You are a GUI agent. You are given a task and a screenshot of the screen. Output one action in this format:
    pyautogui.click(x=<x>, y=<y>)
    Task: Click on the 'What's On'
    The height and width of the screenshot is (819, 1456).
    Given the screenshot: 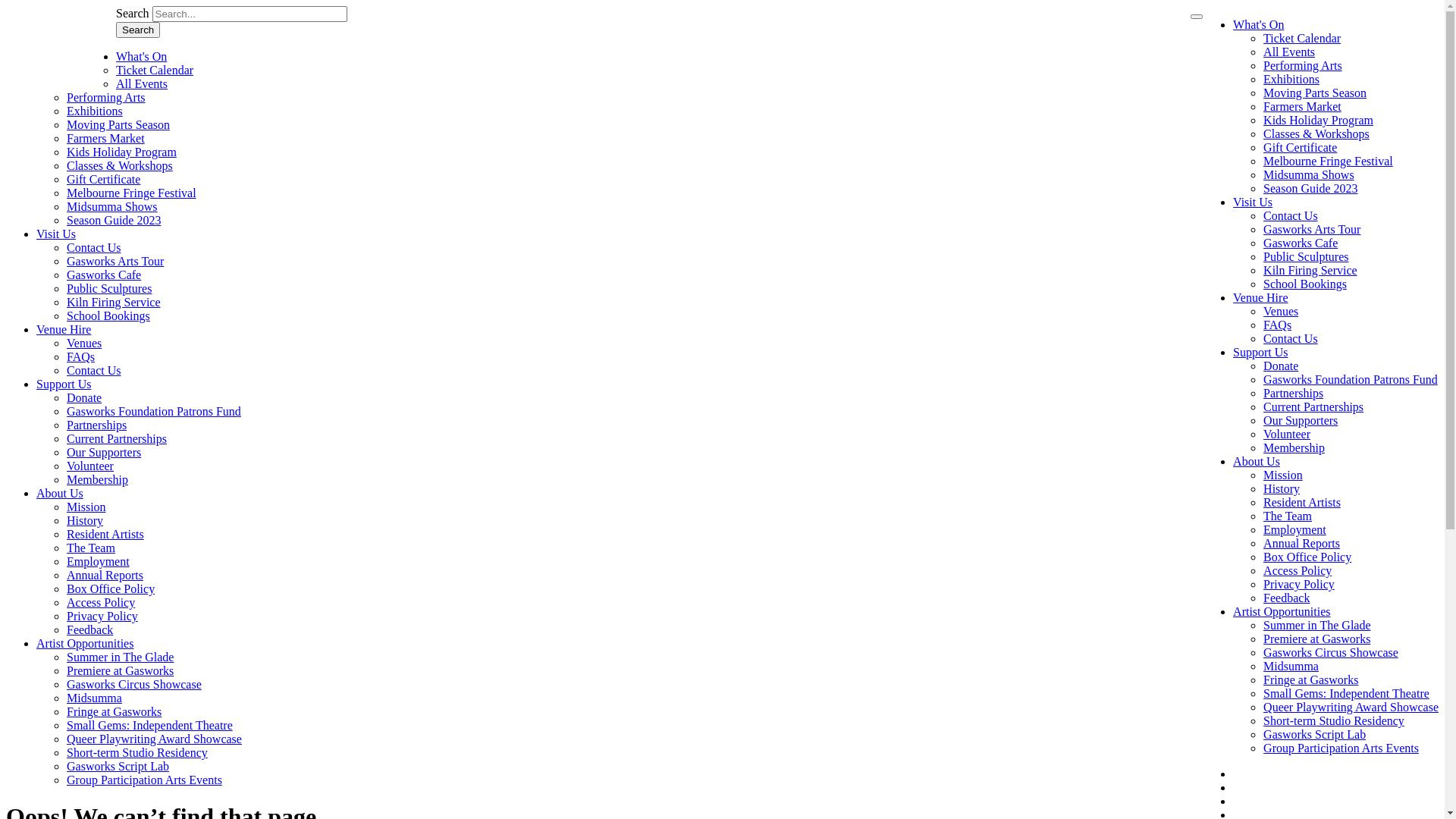 What is the action you would take?
    pyautogui.click(x=141, y=55)
    